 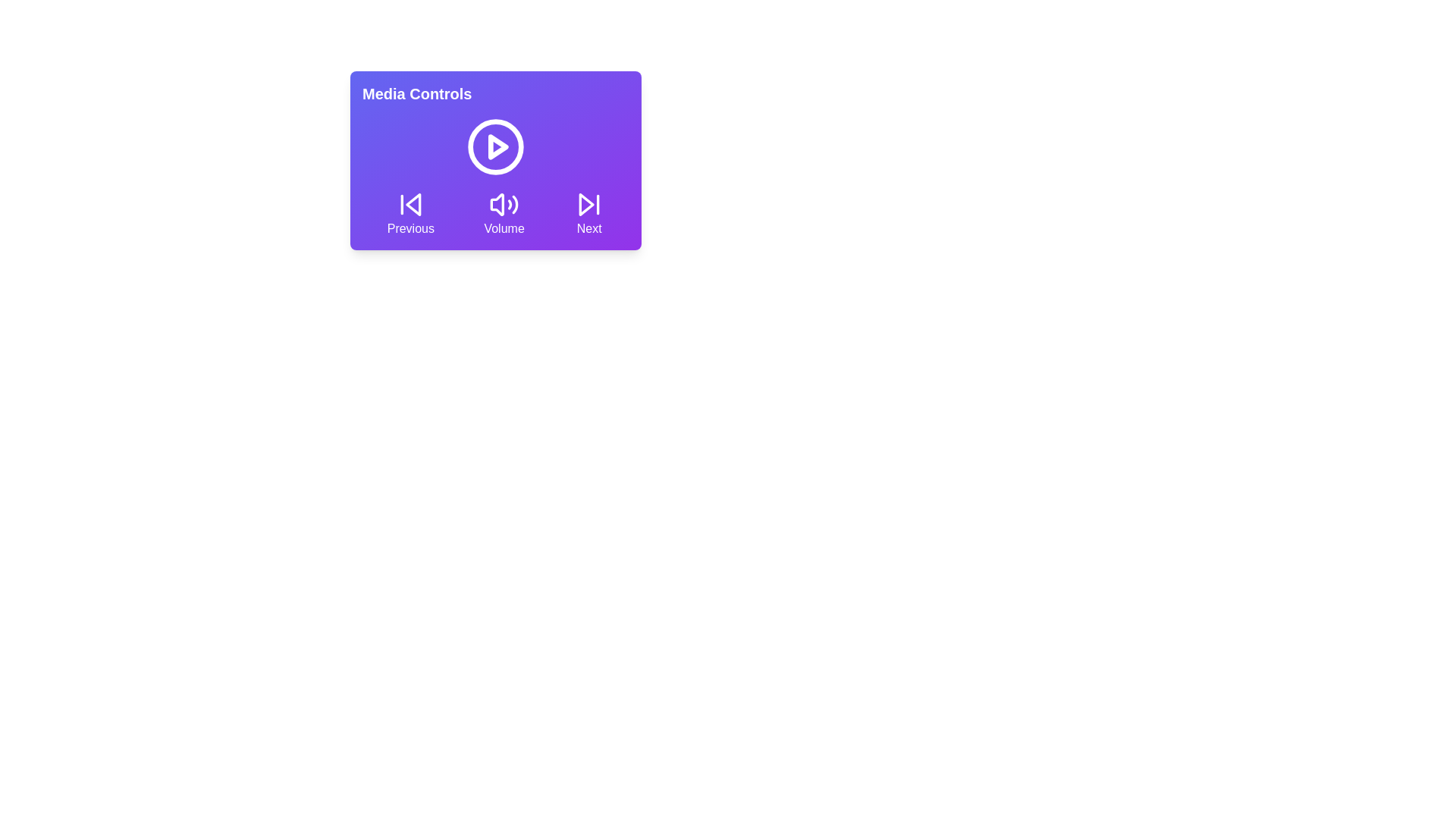 What do you see at coordinates (410, 213) in the screenshot?
I see `the 'Previous' button to skip to the previous media` at bounding box center [410, 213].